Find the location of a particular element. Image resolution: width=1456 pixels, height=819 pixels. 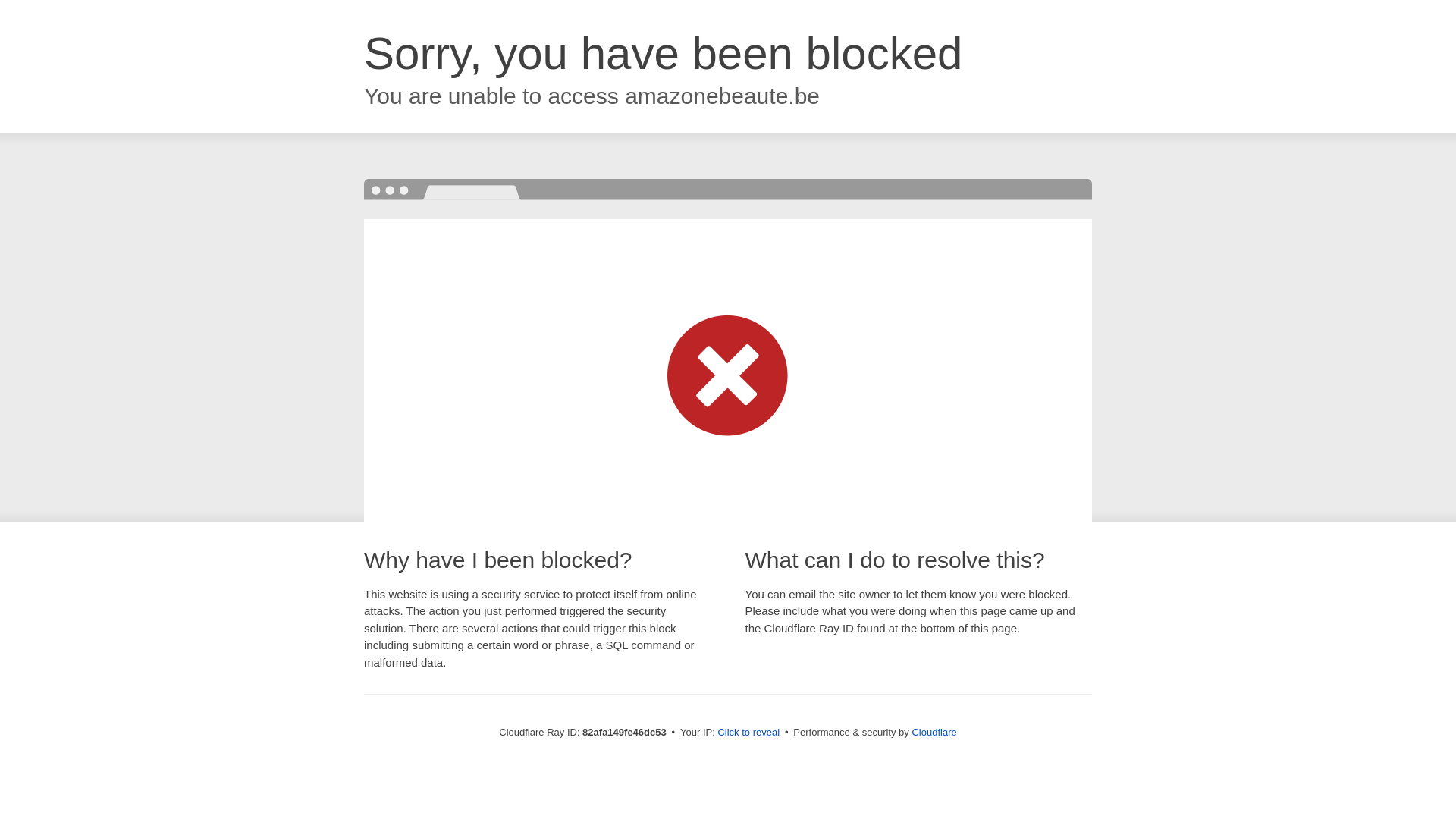

'Click to reveal' is located at coordinates (748, 731).